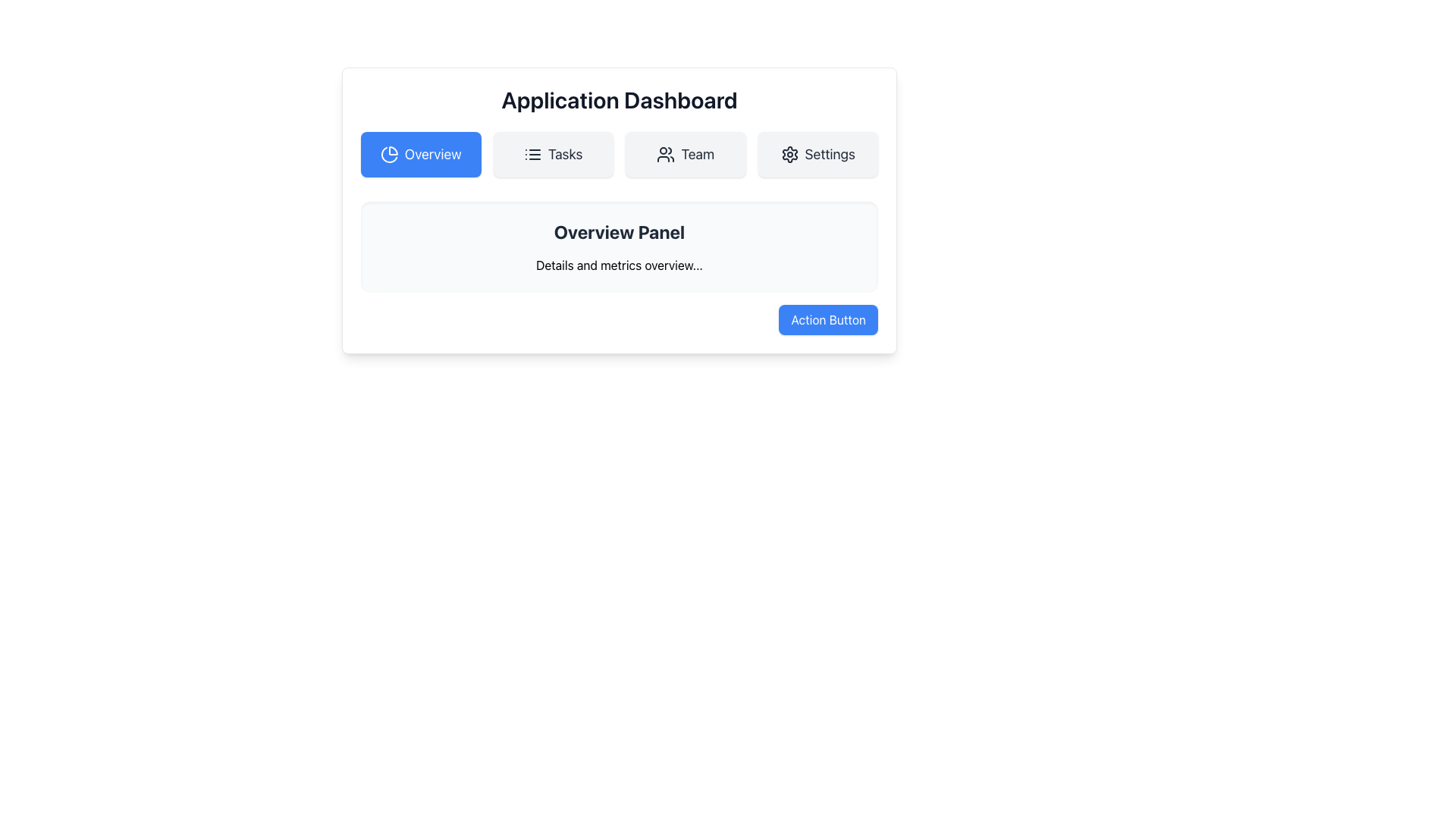  What do you see at coordinates (817, 155) in the screenshot?
I see `the 'Settings' button, which is a rectangular button with a light gray background and a gear icon` at bounding box center [817, 155].